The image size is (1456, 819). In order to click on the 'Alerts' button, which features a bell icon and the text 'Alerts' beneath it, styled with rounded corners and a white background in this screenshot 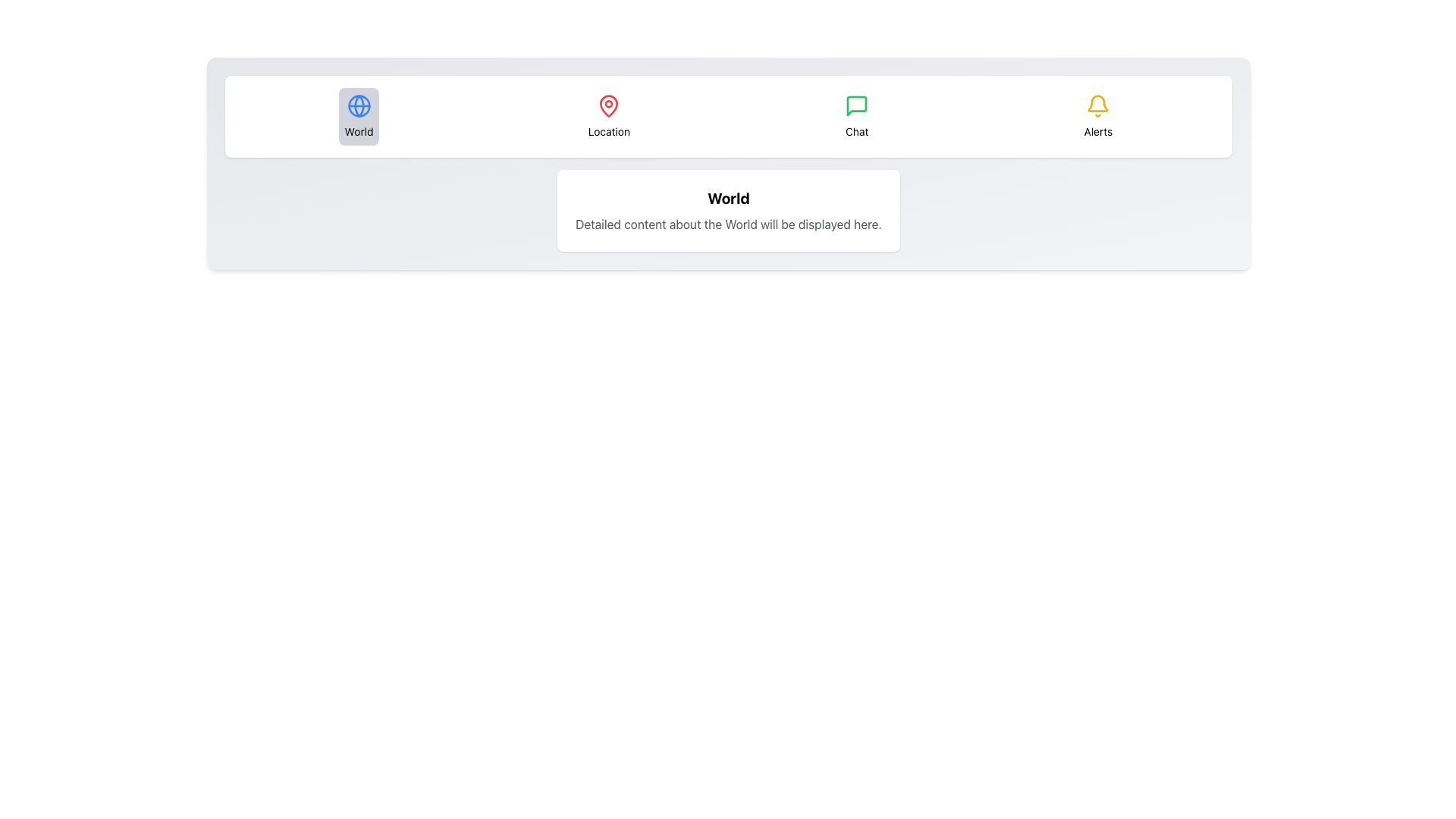, I will do `click(1098, 116)`.